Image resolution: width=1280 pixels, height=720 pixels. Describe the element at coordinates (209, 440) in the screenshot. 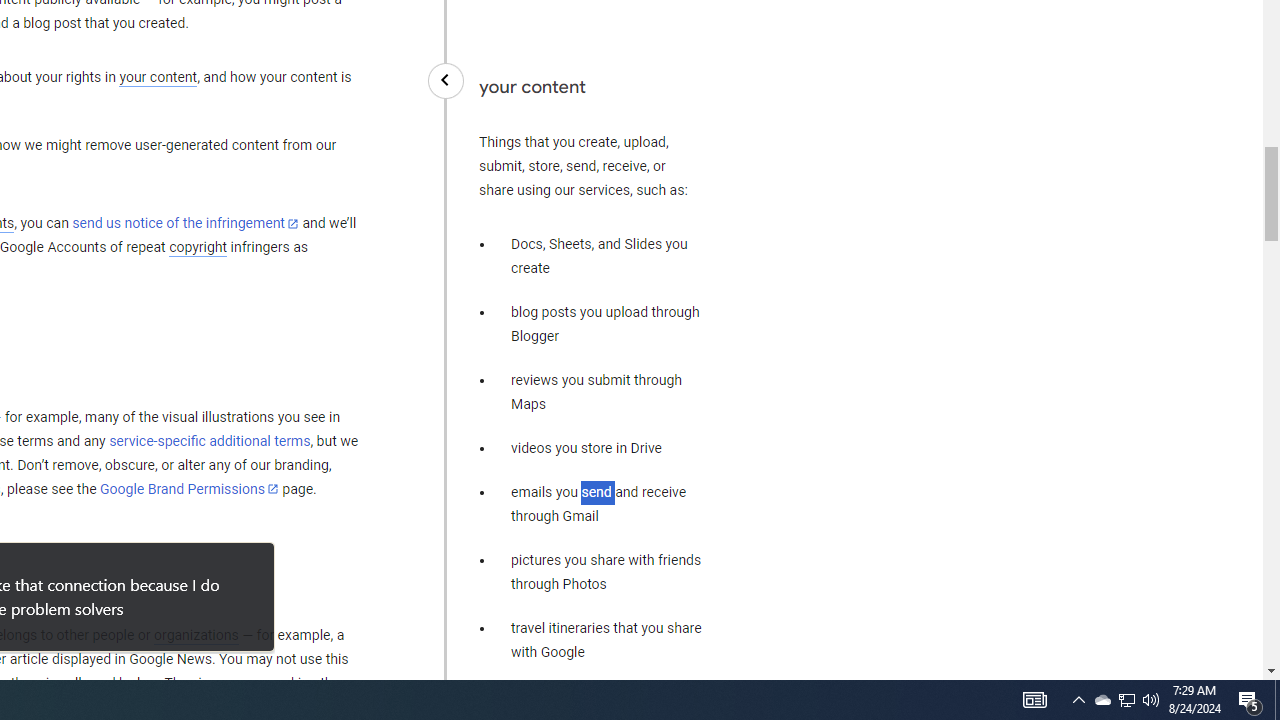

I see `'service-specific additional terms'` at that location.